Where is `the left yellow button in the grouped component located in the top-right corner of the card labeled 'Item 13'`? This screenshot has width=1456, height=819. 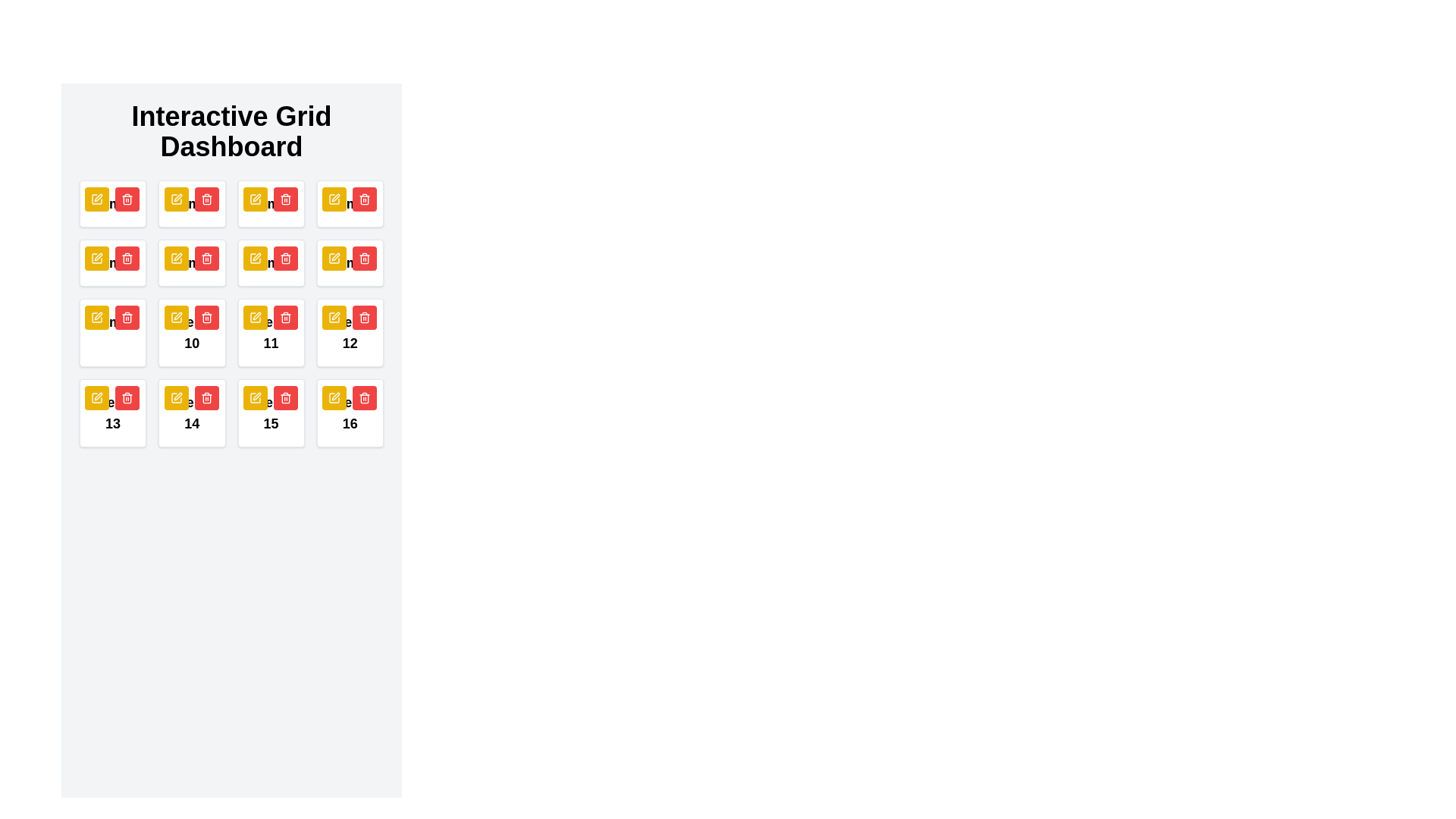
the left yellow button in the grouped component located in the top-right corner of the card labeled 'Item 13' is located at coordinates (111, 397).